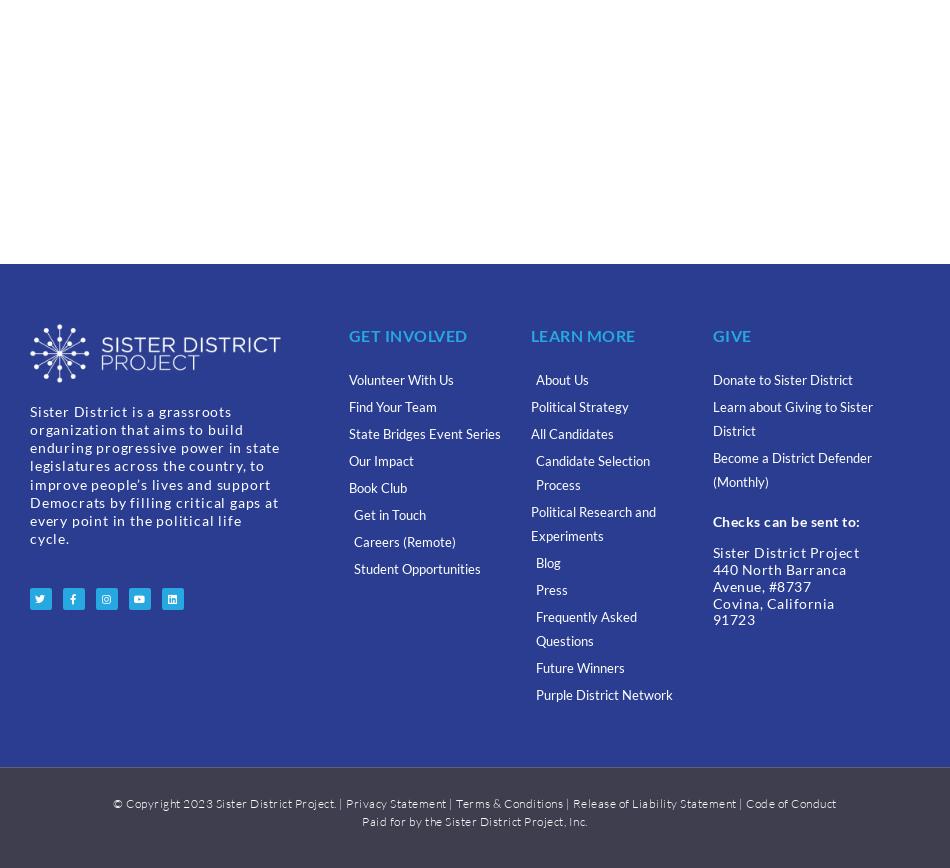  What do you see at coordinates (346, 407) in the screenshot?
I see `'Find Your Team'` at bounding box center [346, 407].